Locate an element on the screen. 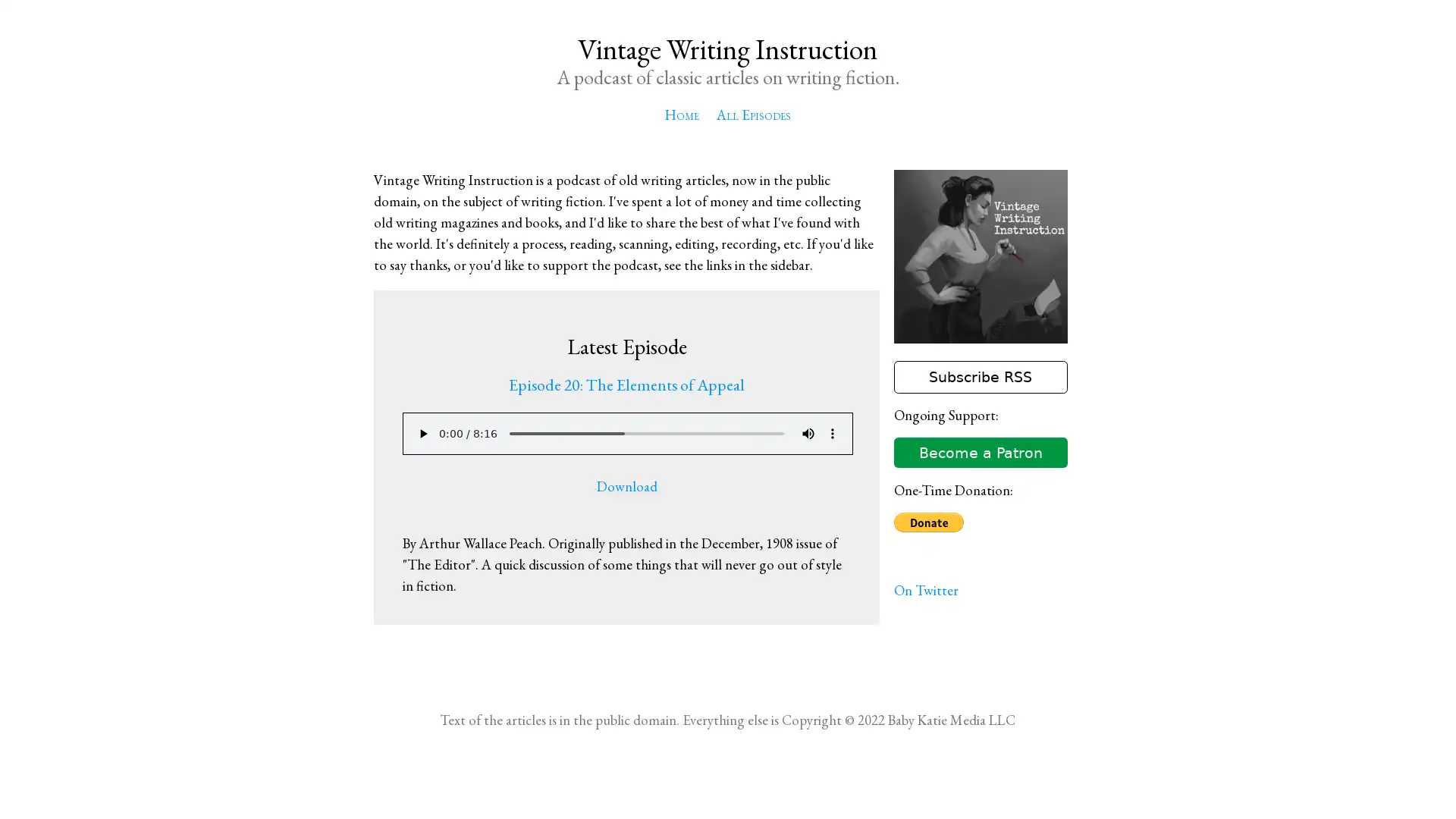  play is located at coordinates (422, 433).